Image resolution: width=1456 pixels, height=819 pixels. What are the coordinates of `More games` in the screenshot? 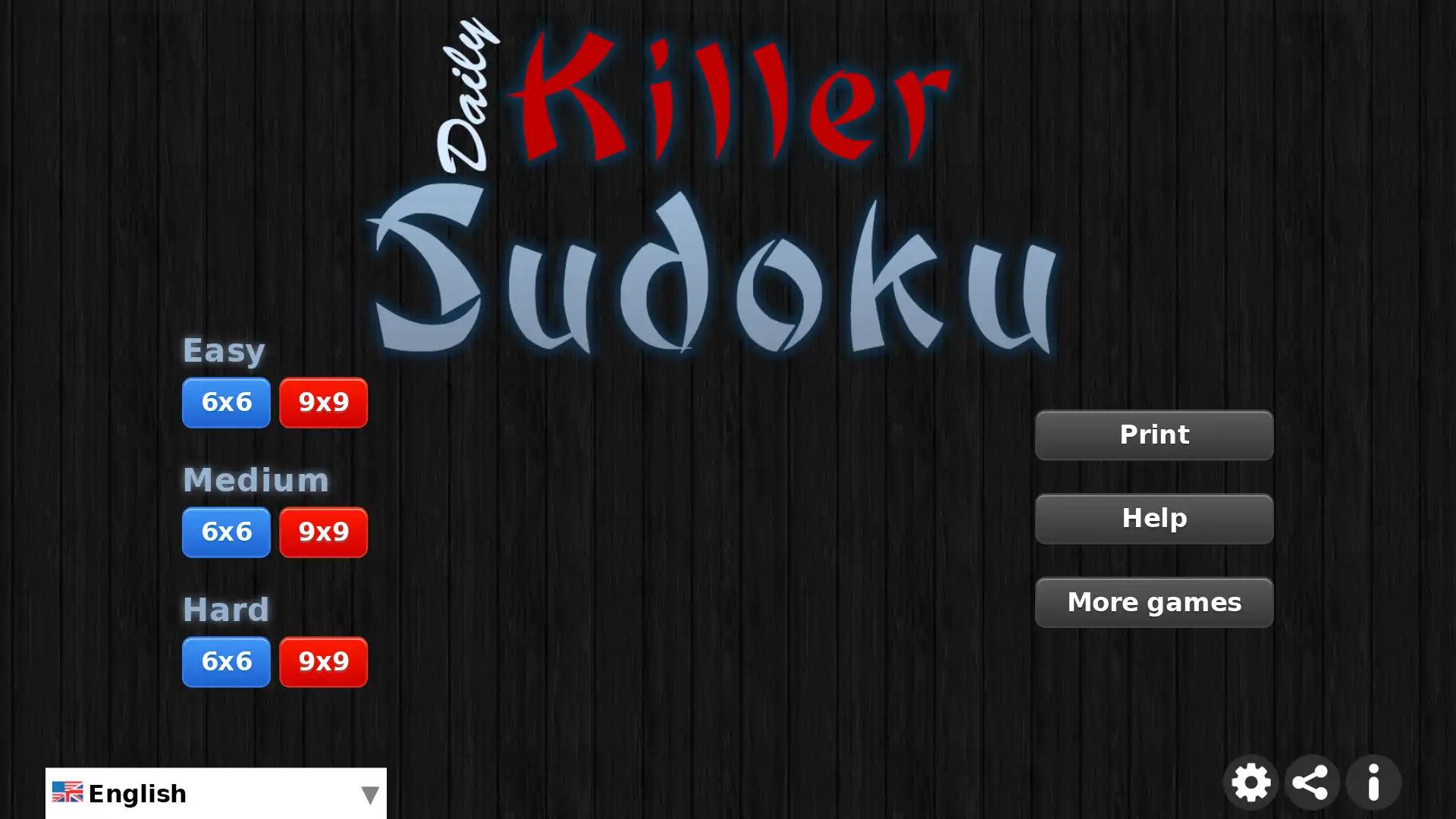 It's located at (1153, 601).